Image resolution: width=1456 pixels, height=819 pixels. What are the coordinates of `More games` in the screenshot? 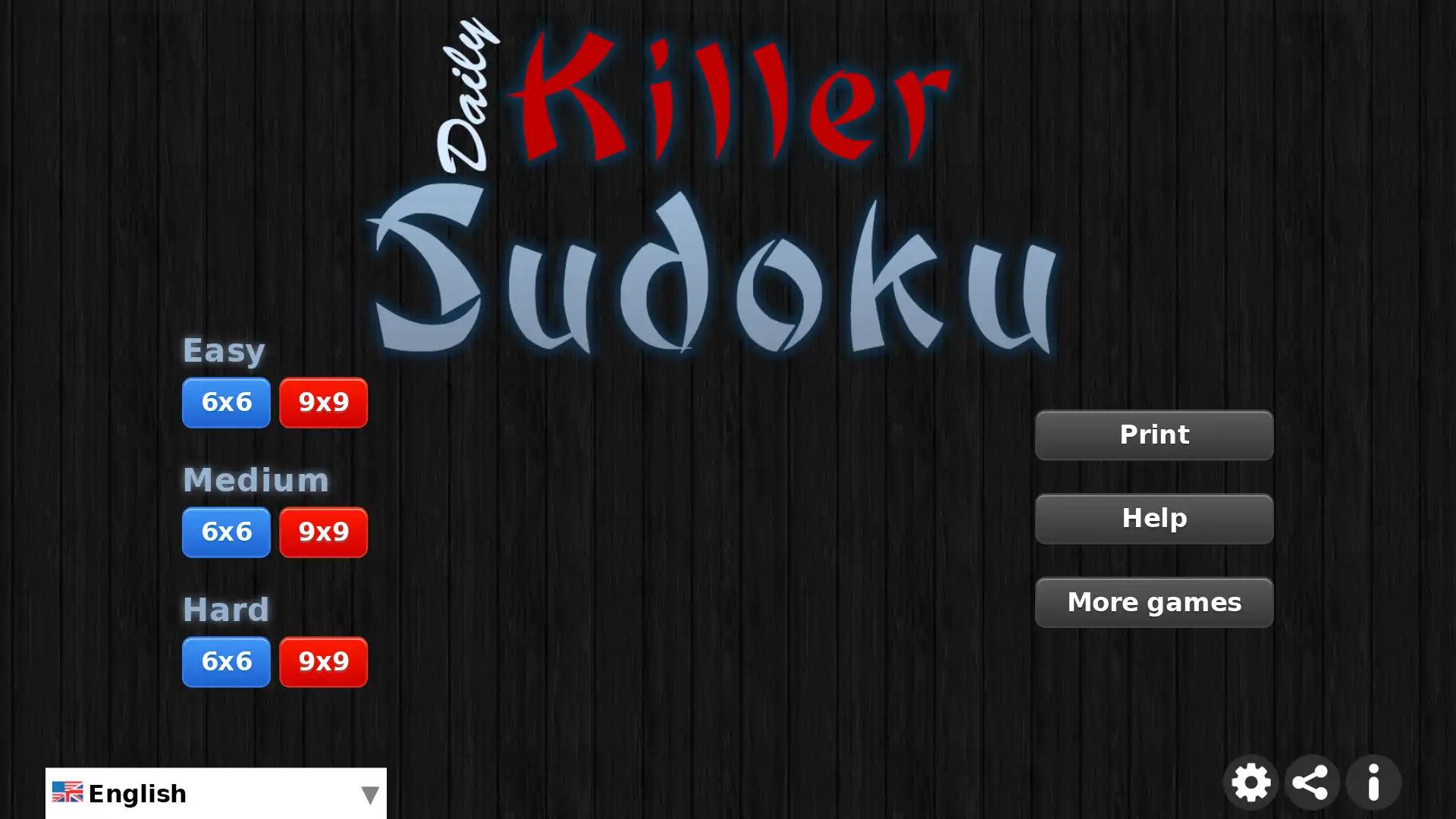 It's located at (1153, 601).